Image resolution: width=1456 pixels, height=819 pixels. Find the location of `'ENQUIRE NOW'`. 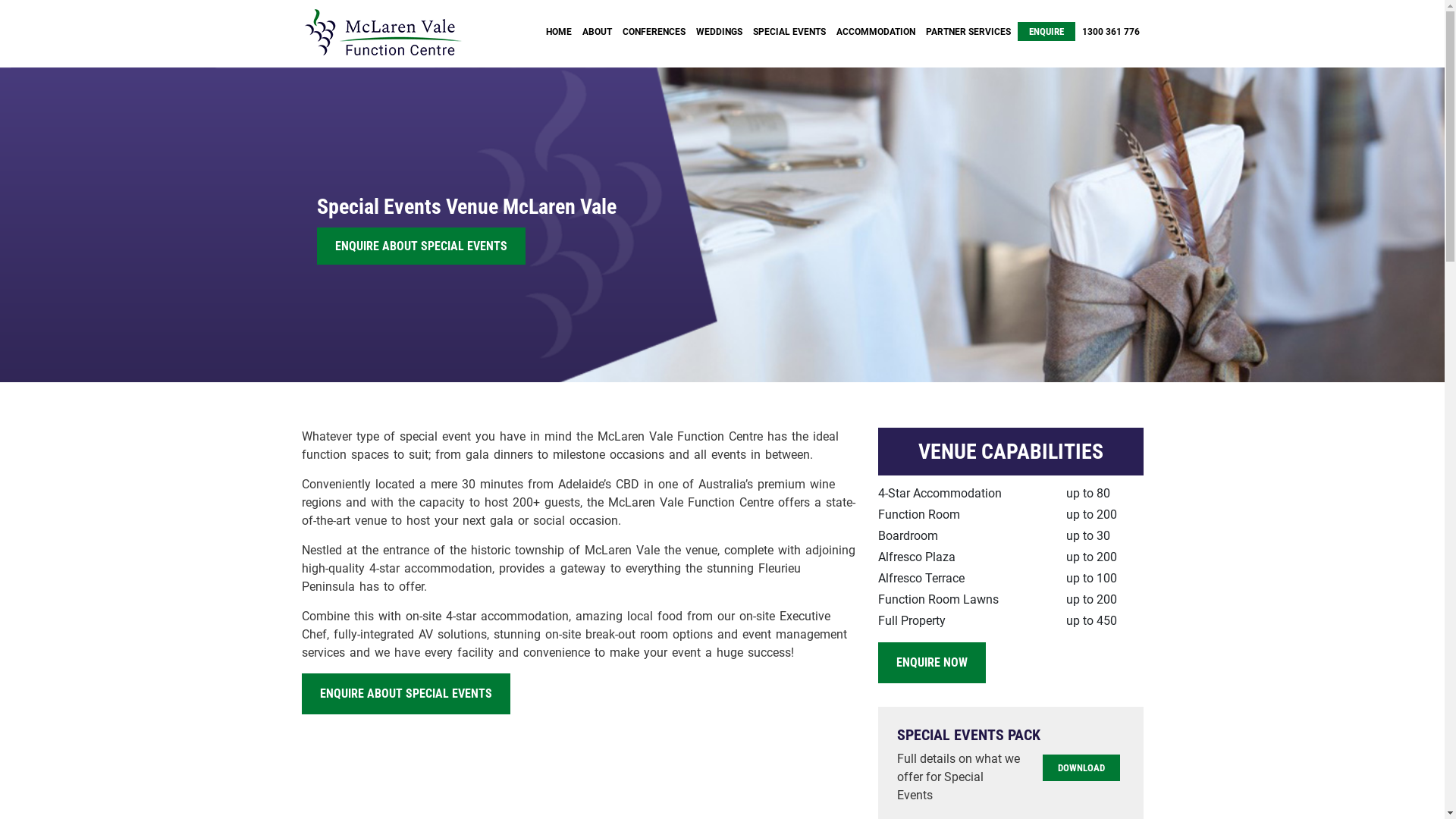

'ENQUIRE NOW' is located at coordinates (930, 662).